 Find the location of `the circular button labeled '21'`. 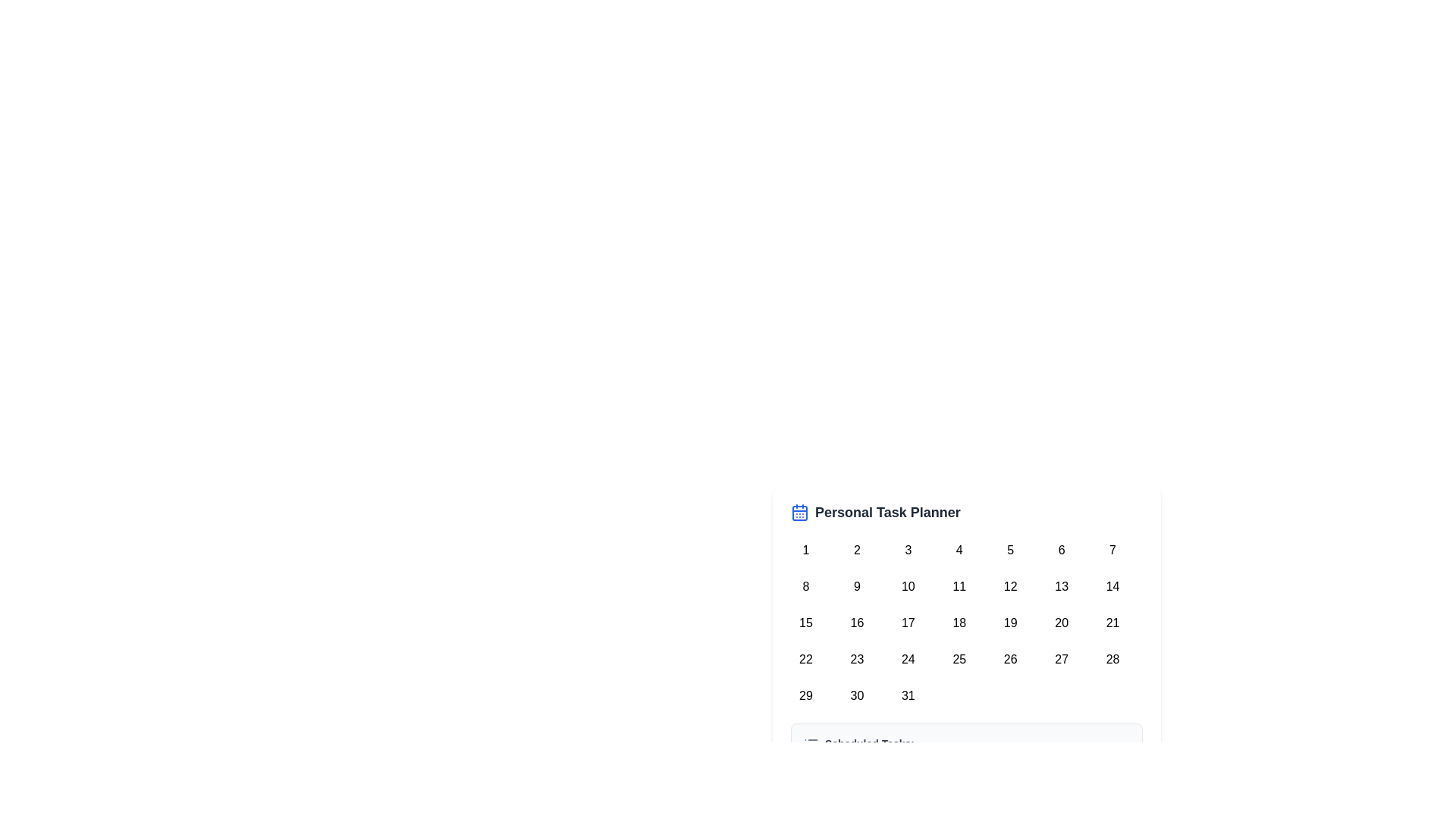

the circular button labeled '21' is located at coordinates (1112, 623).